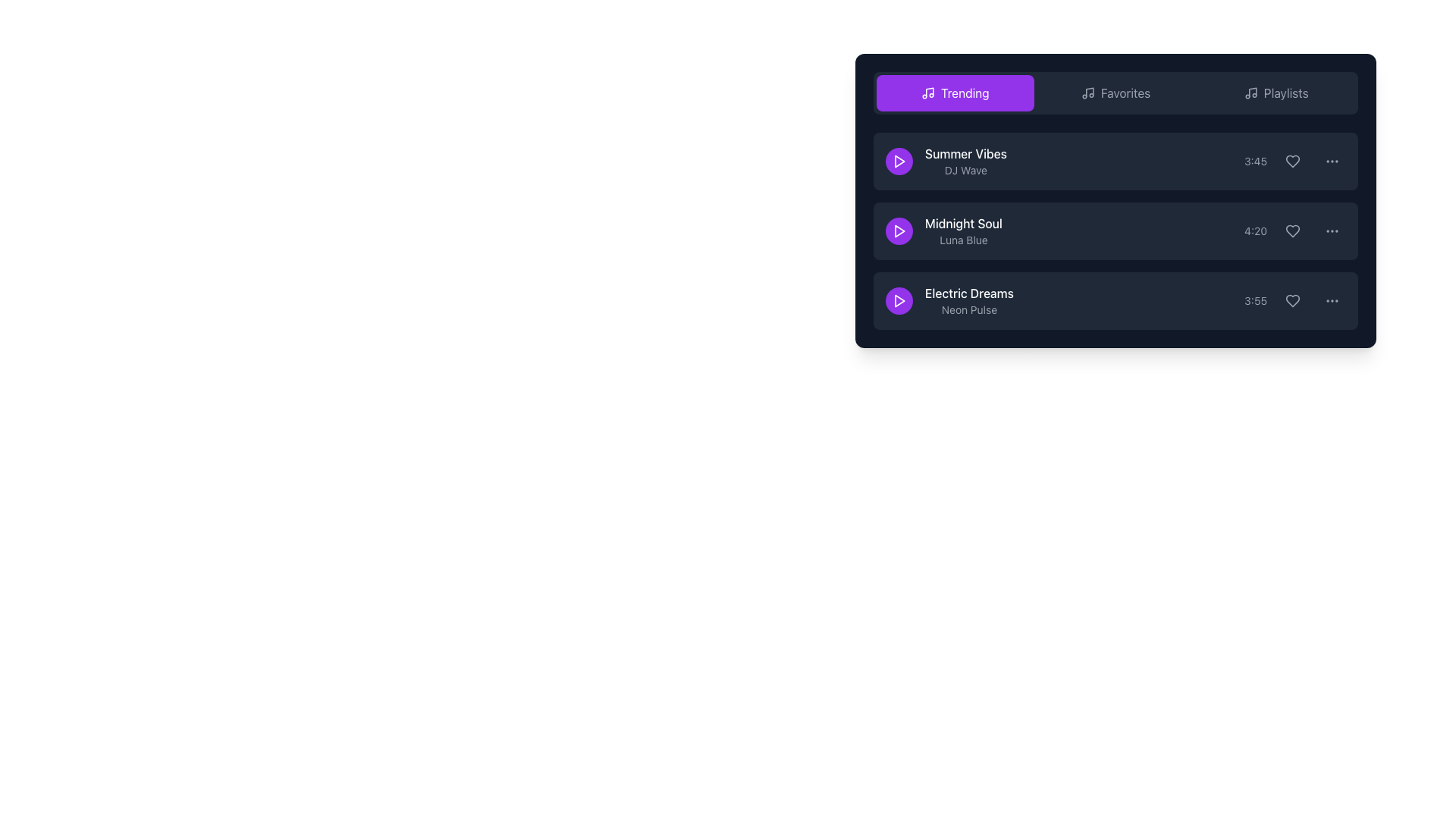 This screenshot has width=1456, height=819. Describe the element at coordinates (1331, 161) in the screenshot. I see `the gray ellipsis icon located on the right side of the first list item, near the song's duration display of '3:45'` at that location.